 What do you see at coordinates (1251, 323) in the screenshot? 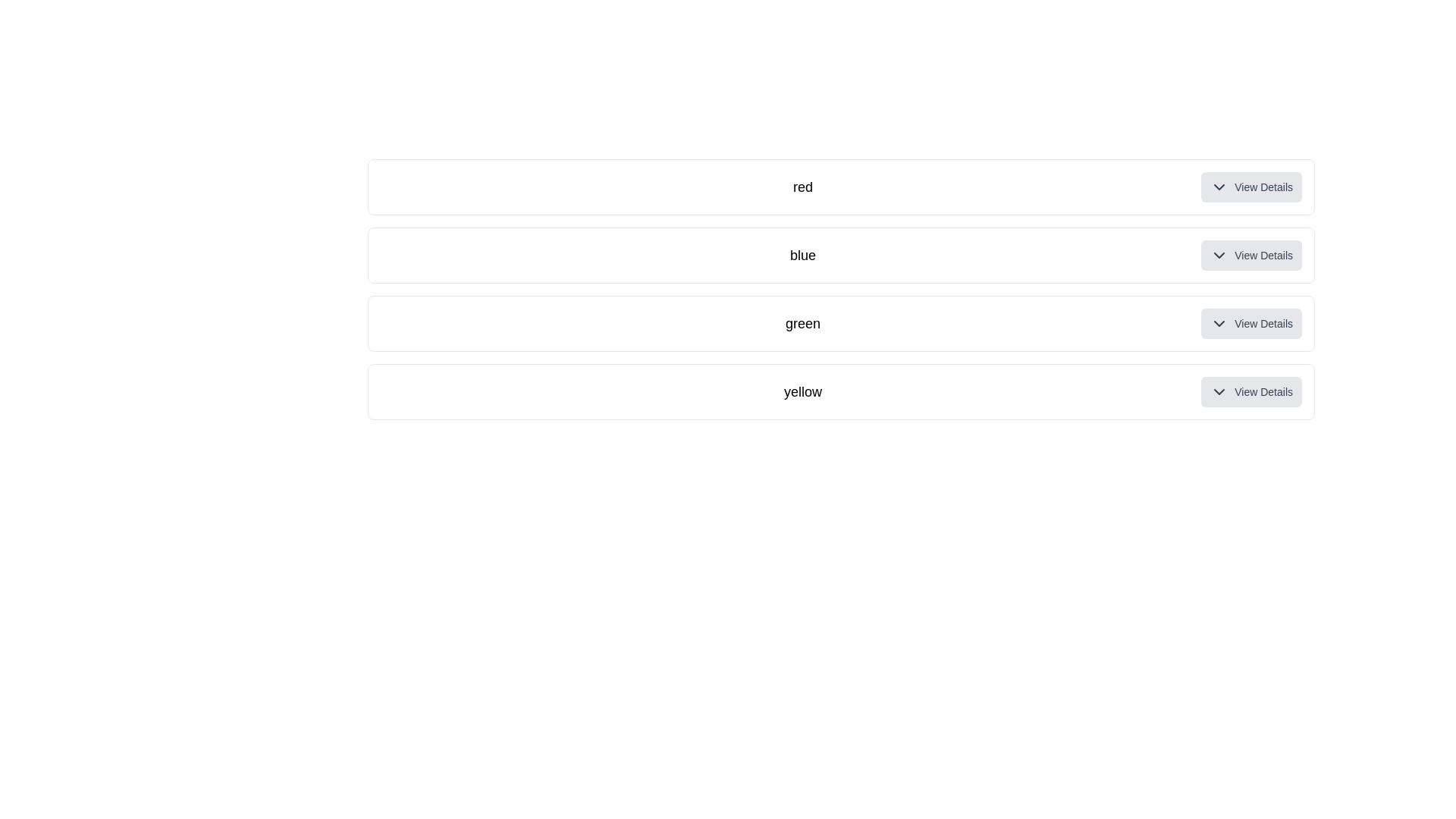
I see `the button located on the right side of the row corresponding to the label 'green', which is the third row from the top` at bounding box center [1251, 323].